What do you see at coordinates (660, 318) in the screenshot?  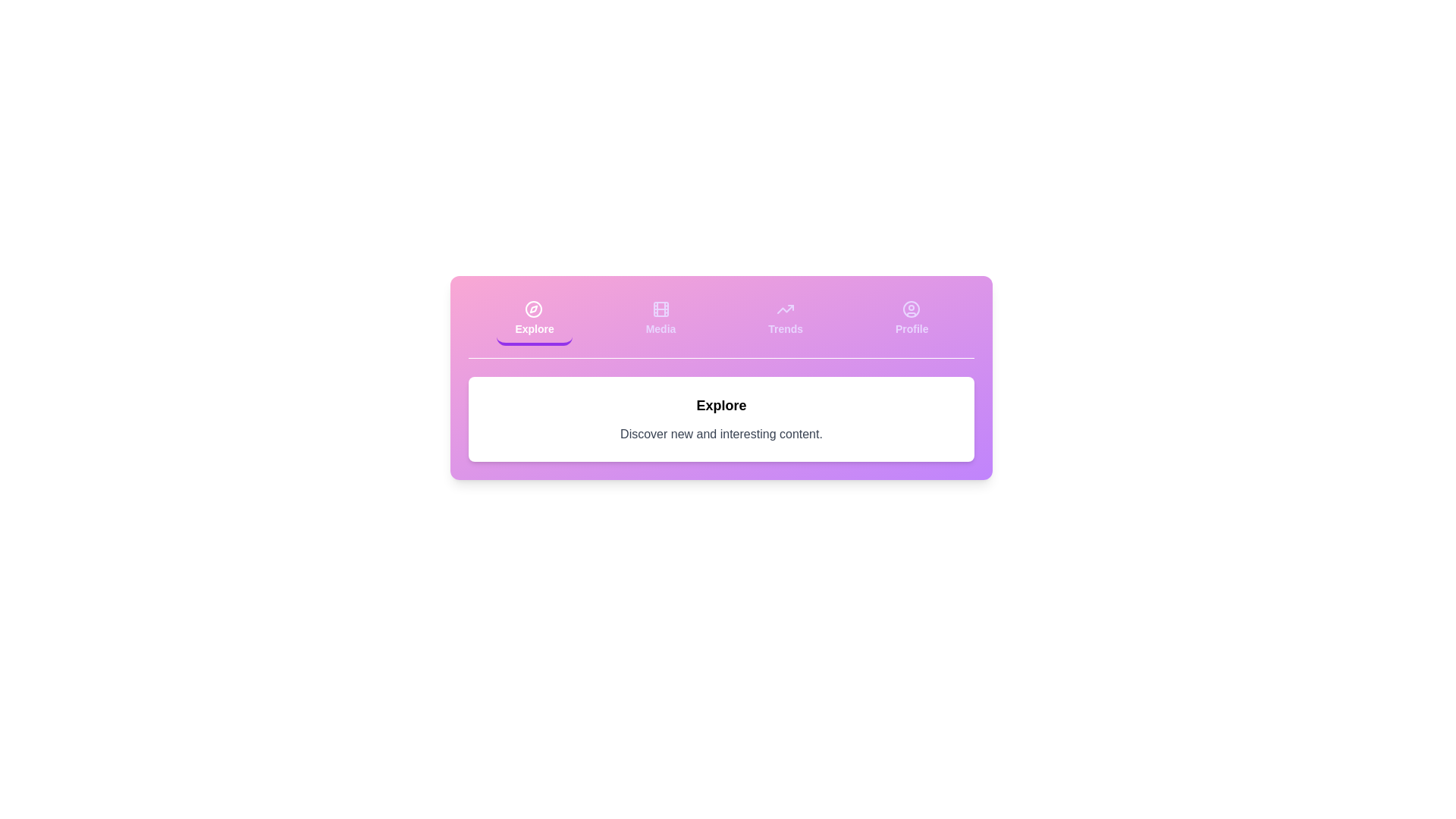 I see `the tab button labeled Media to switch to the corresponding tab` at bounding box center [660, 318].